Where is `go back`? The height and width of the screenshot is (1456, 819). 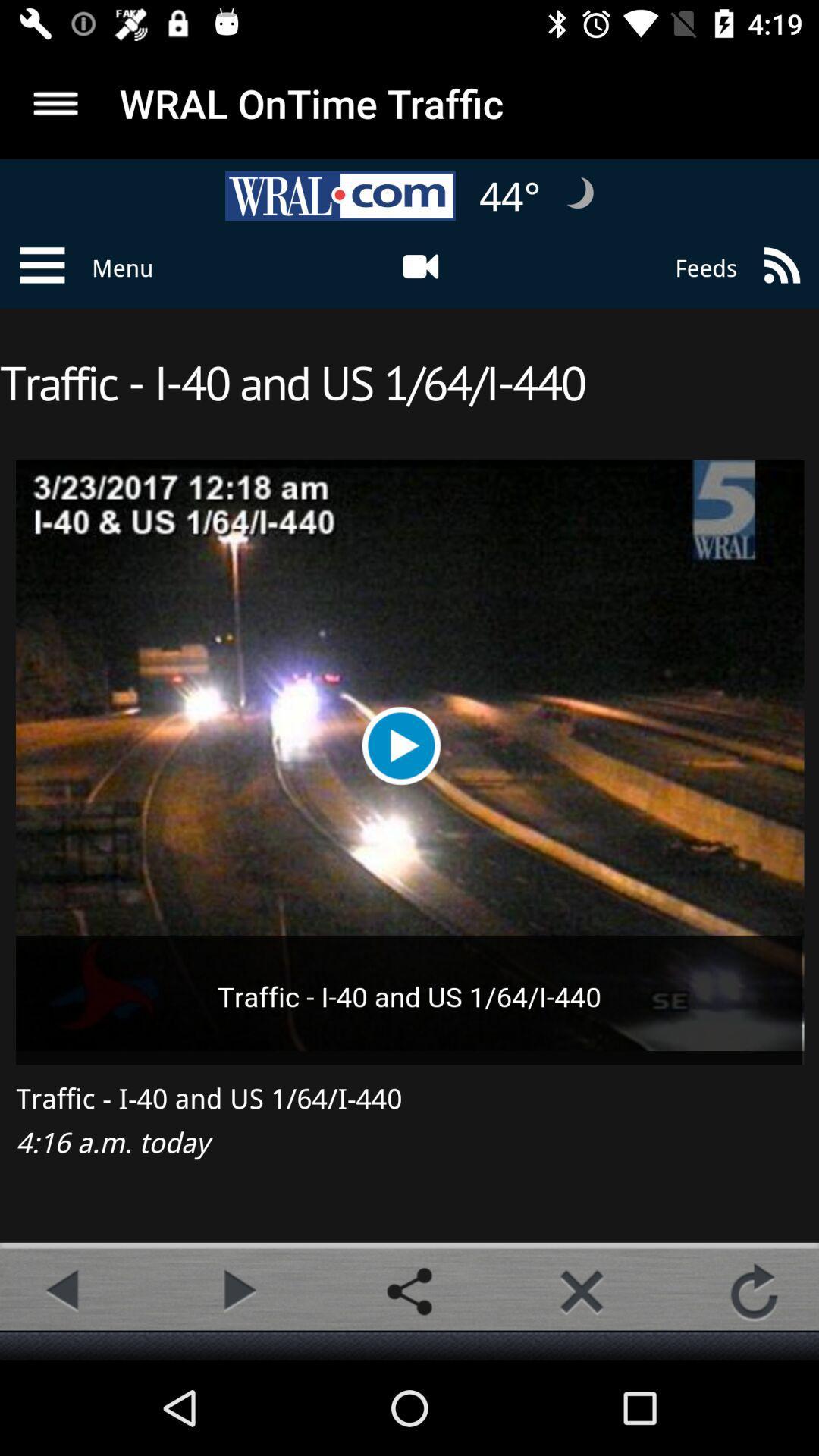 go back is located at coordinates (64, 1291).